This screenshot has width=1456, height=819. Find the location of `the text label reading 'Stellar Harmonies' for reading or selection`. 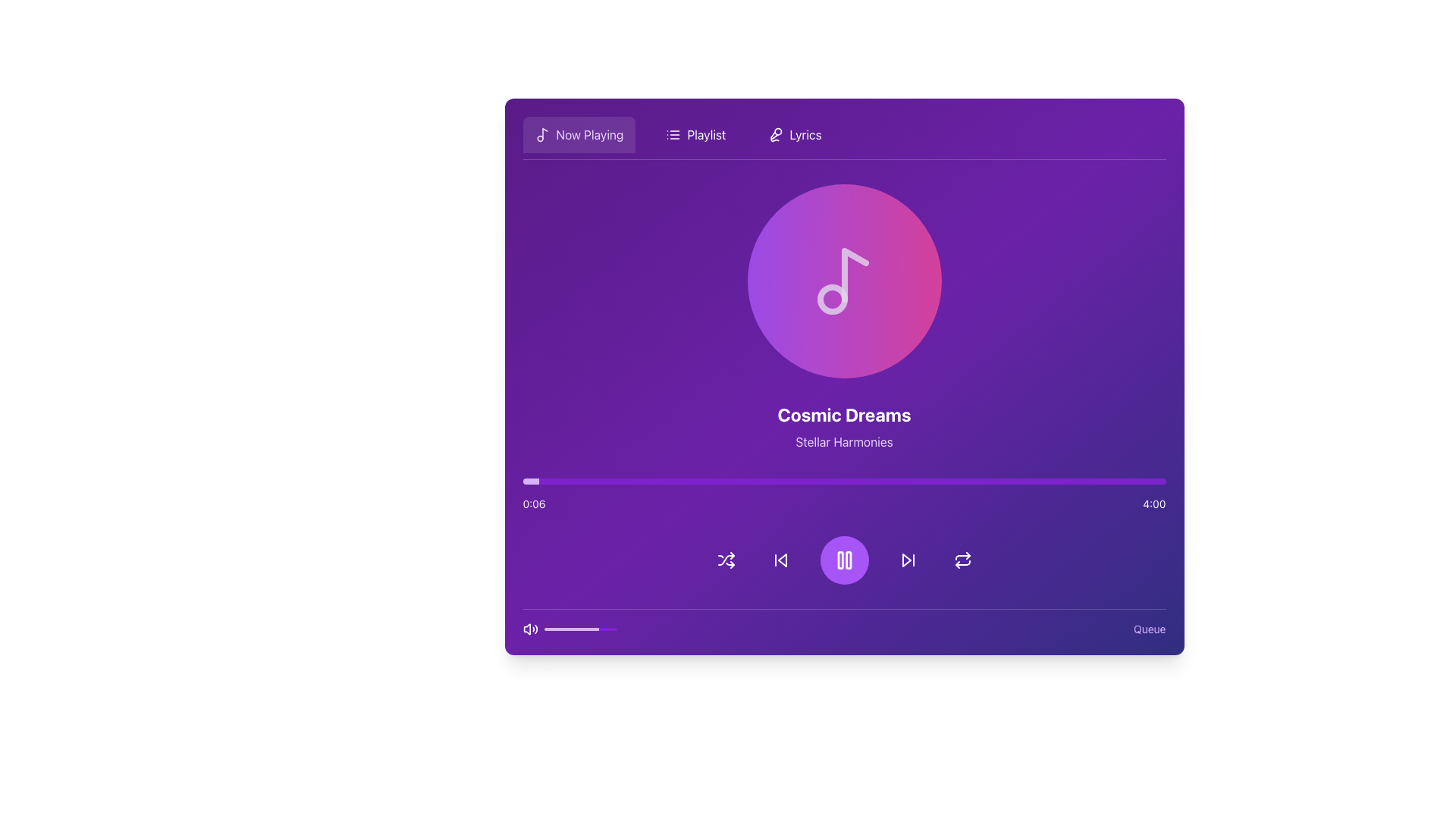

the text label reading 'Stellar Harmonies' for reading or selection is located at coordinates (843, 441).